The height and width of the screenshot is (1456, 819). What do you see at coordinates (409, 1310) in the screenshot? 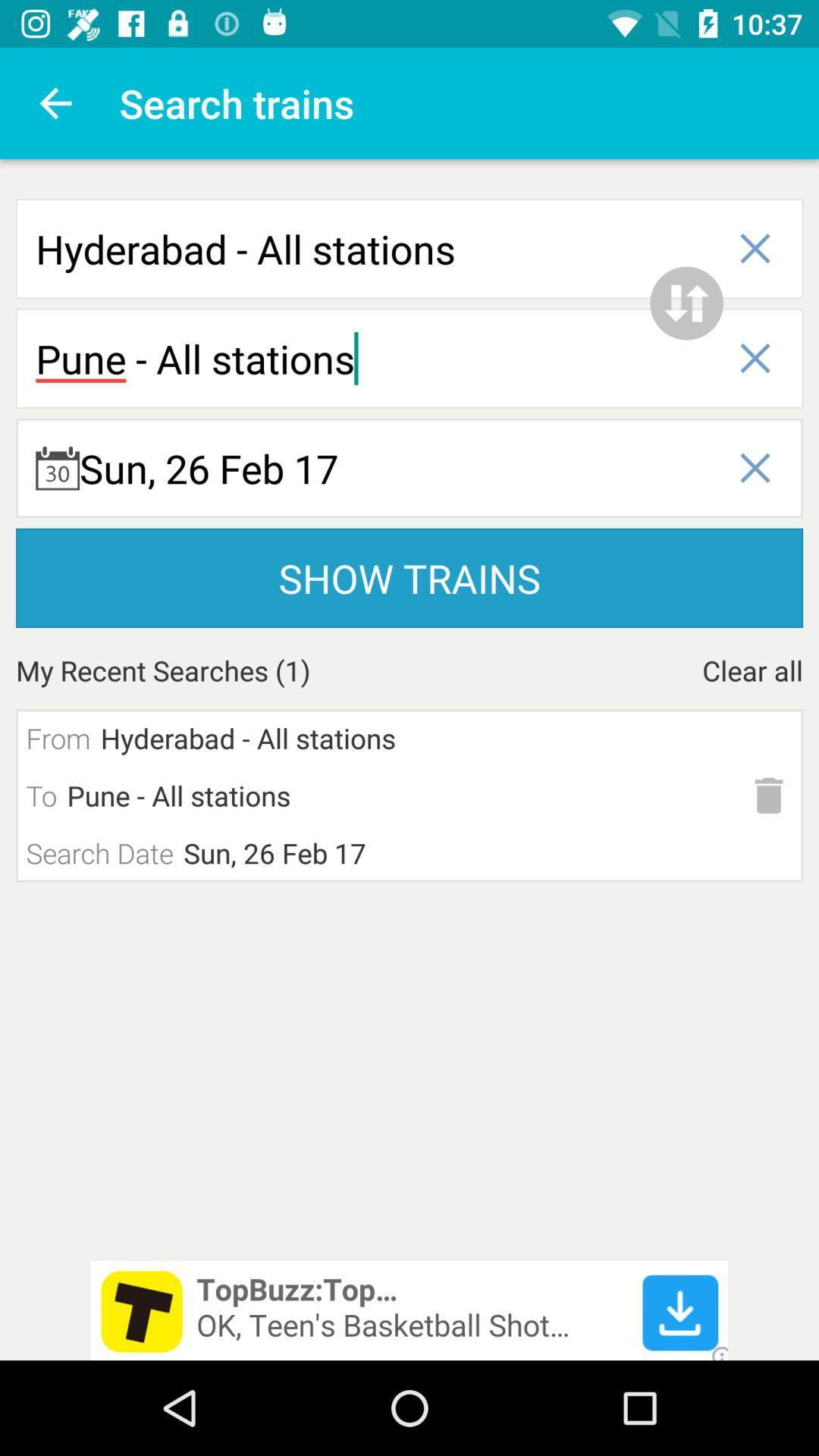
I see `open advertisements` at bounding box center [409, 1310].